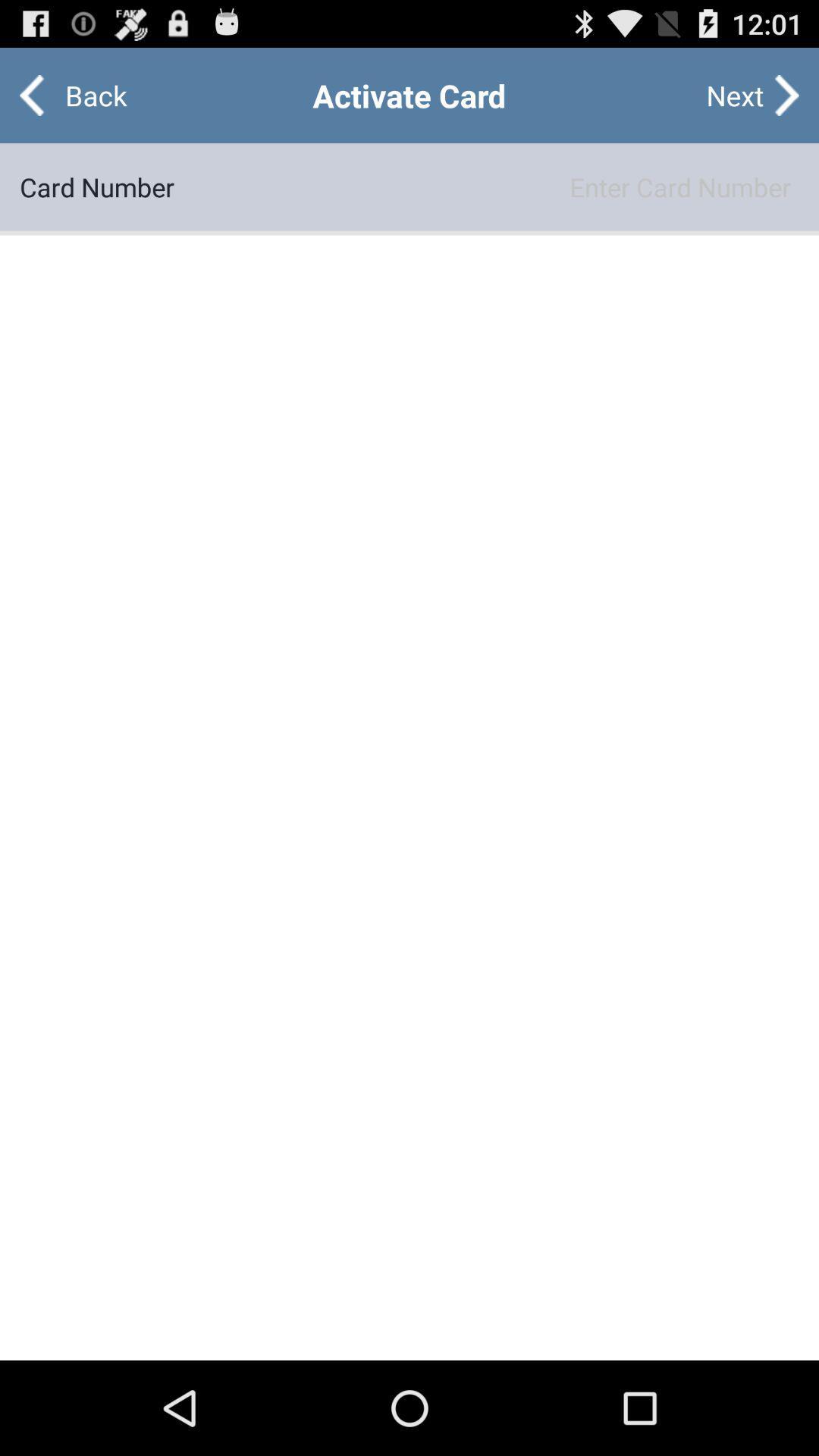  Describe the element at coordinates (734, 94) in the screenshot. I see `the next icon` at that location.